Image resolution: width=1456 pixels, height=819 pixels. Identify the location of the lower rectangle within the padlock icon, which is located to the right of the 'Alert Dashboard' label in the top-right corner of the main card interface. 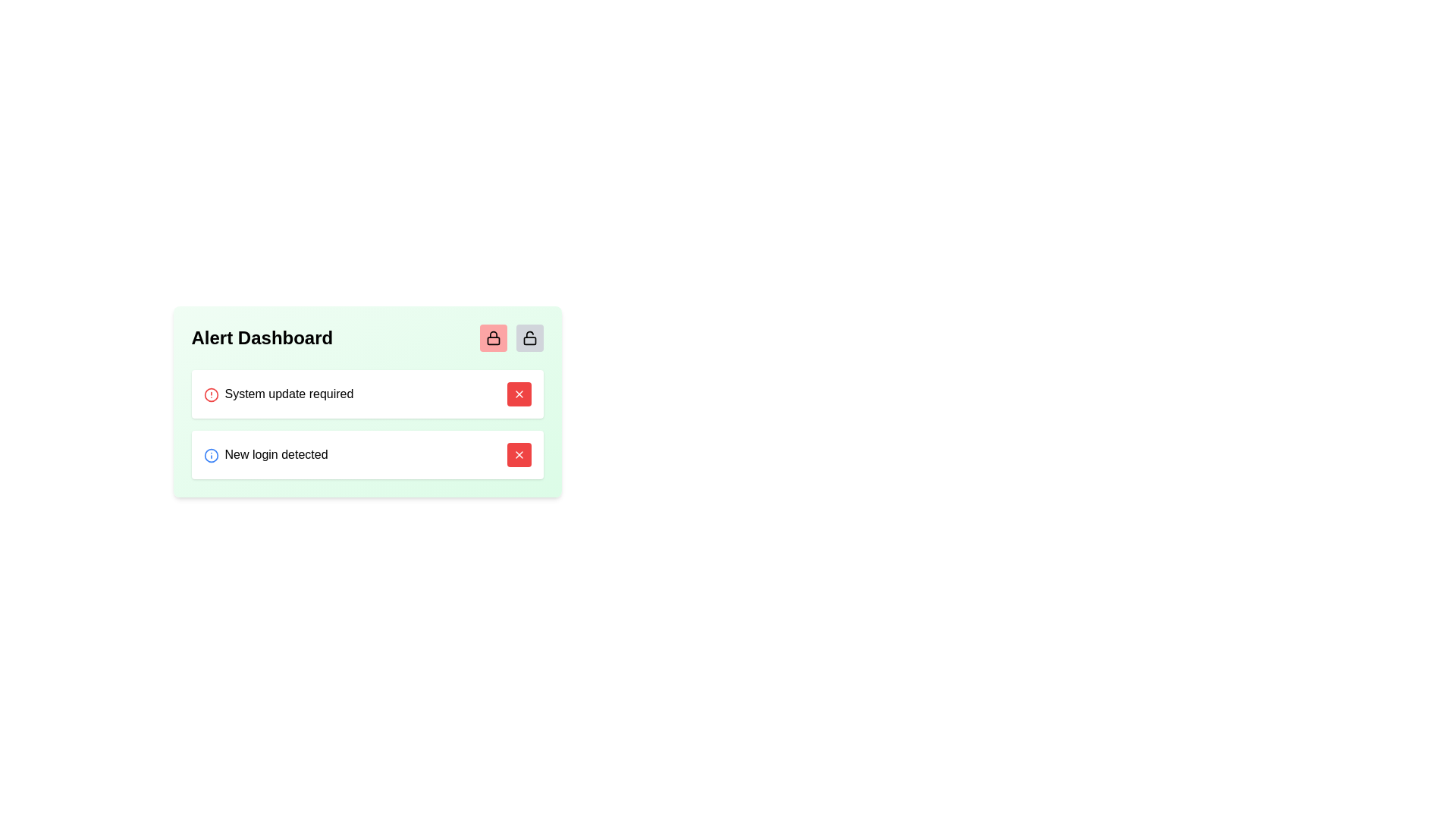
(493, 340).